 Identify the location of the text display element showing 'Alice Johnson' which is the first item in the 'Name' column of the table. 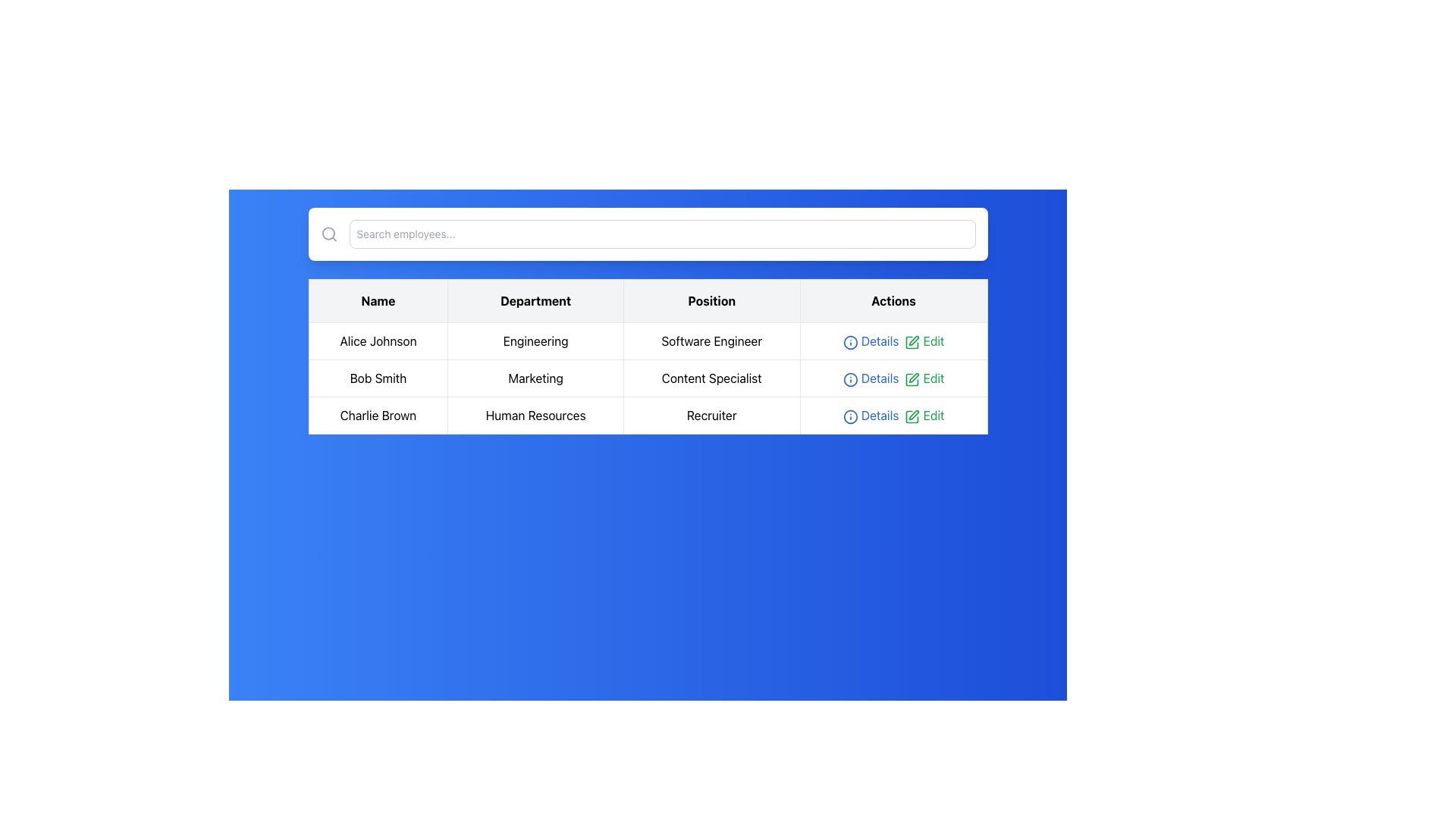
(378, 341).